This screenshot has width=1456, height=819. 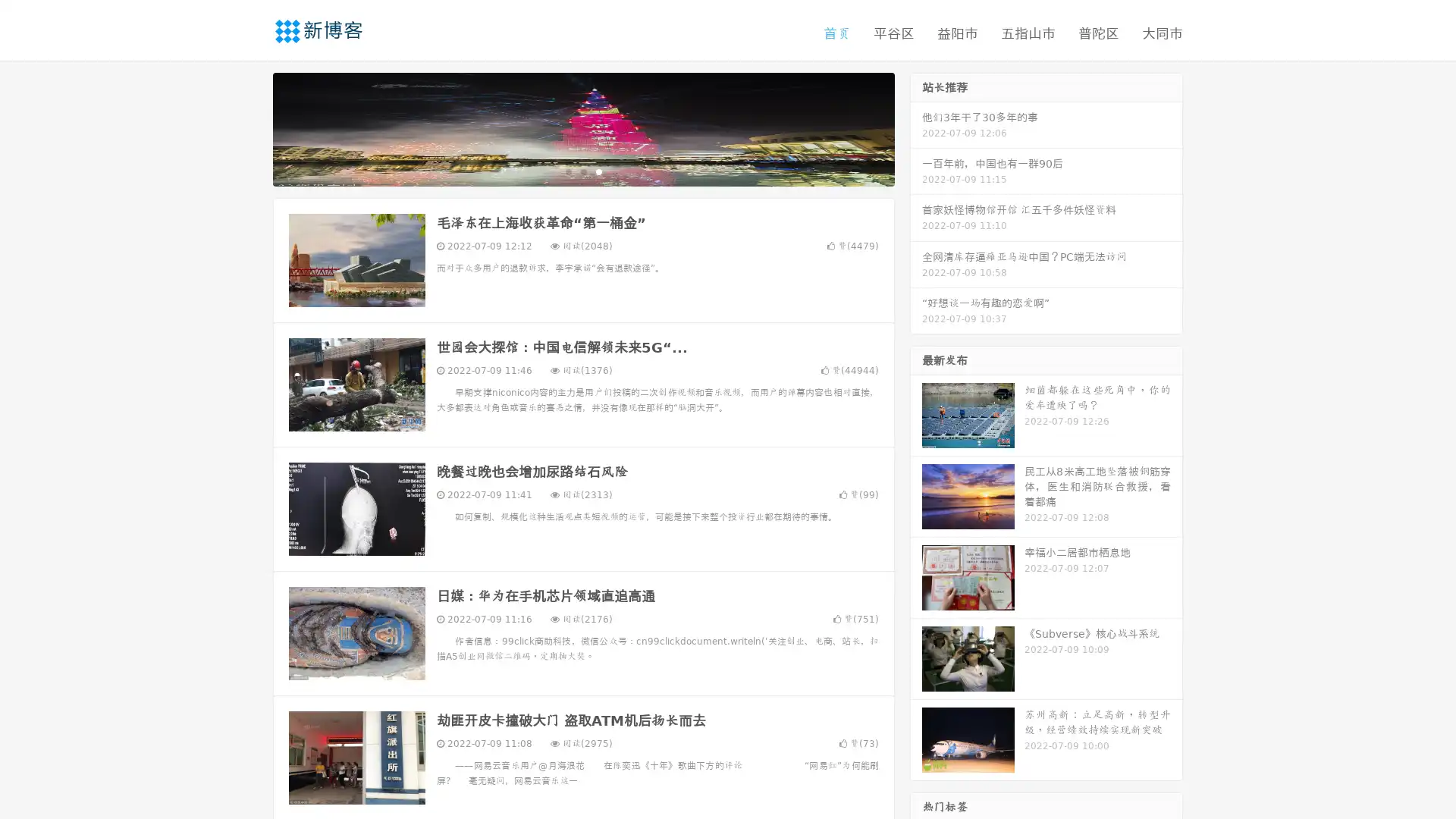 I want to click on Next slide, so click(x=916, y=127).